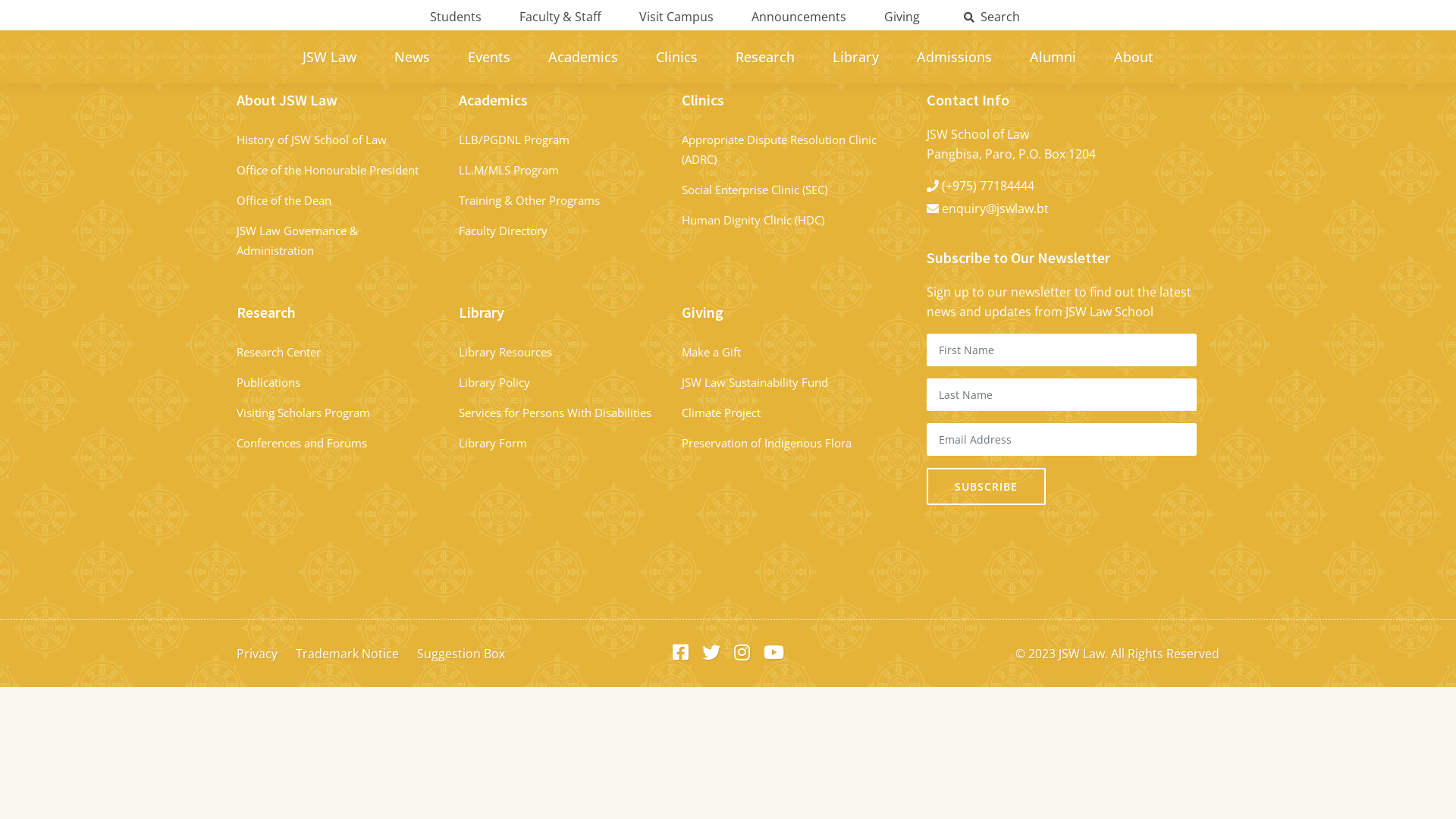 Image resolution: width=1456 pixels, height=819 pixels. What do you see at coordinates (278, 351) in the screenshot?
I see `'Research Center'` at bounding box center [278, 351].